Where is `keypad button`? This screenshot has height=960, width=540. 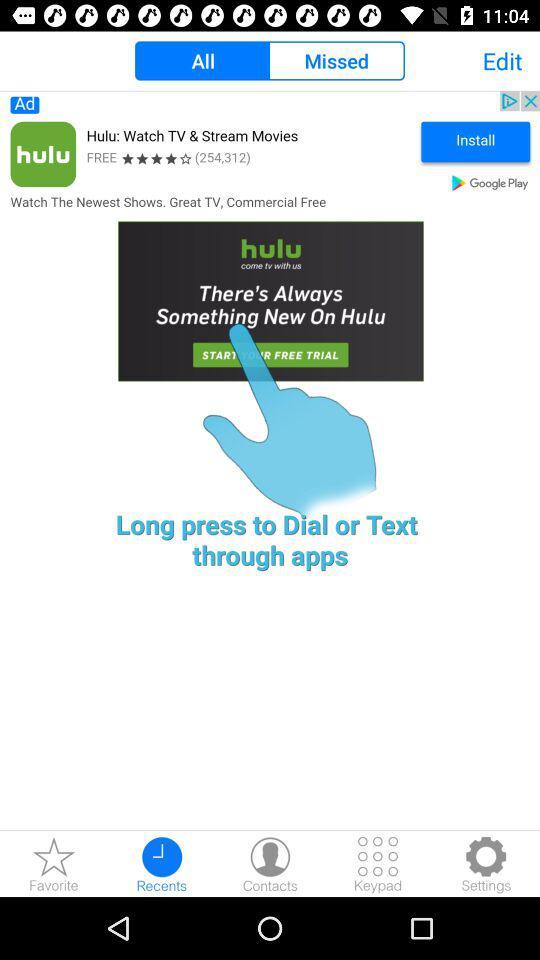 keypad button is located at coordinates (378, 863).